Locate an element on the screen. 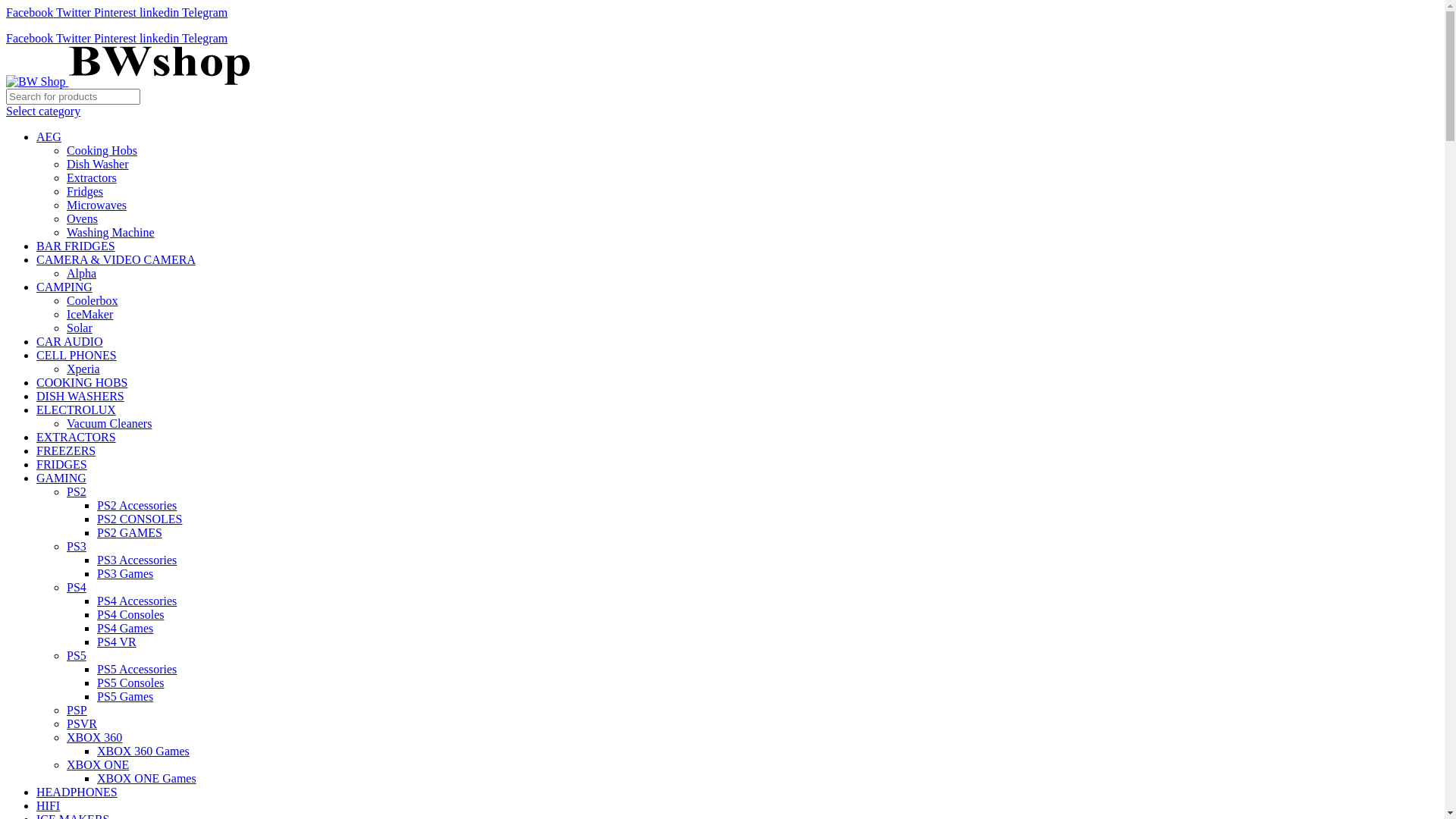  'DISH WASHERS' is located at coordinates (36, 395).